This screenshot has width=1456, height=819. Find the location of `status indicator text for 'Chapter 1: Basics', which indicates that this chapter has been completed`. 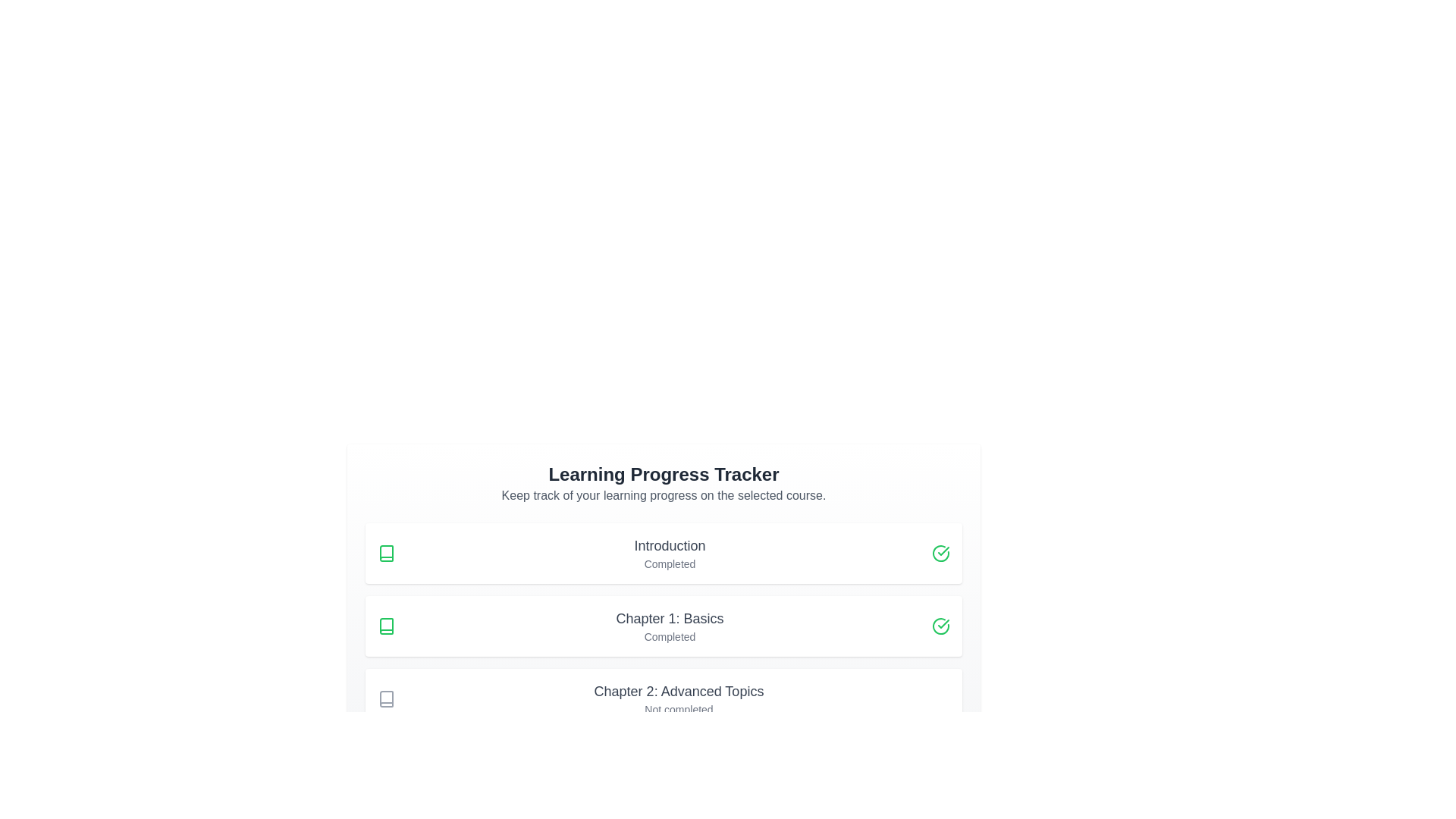

status indicator text for 'Chapter 1: Basics', which indicates that this chapter has been completed is located at coordinates (669, 637).